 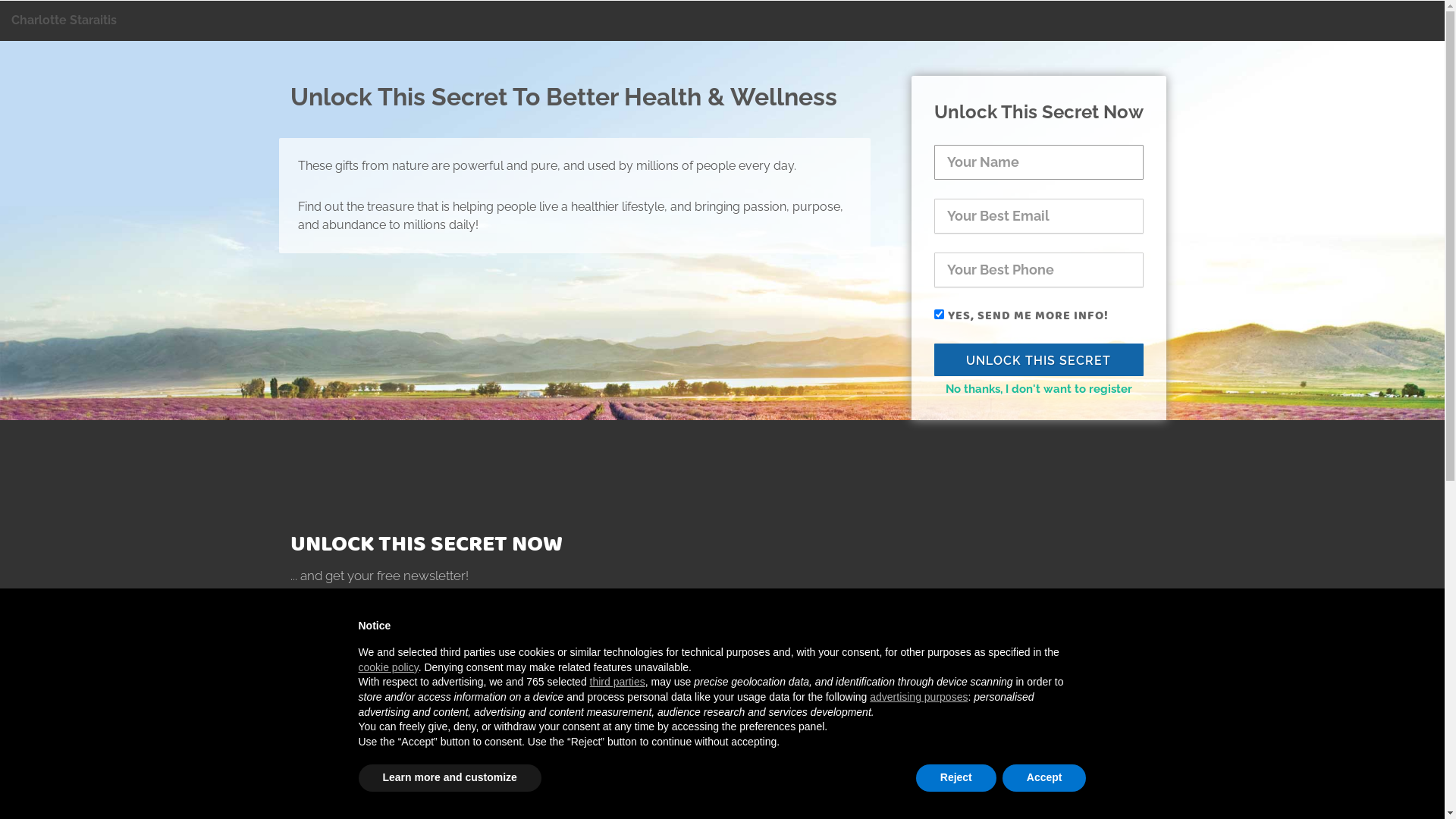 I want to click on 'Reject', so click(x=955, y=778).